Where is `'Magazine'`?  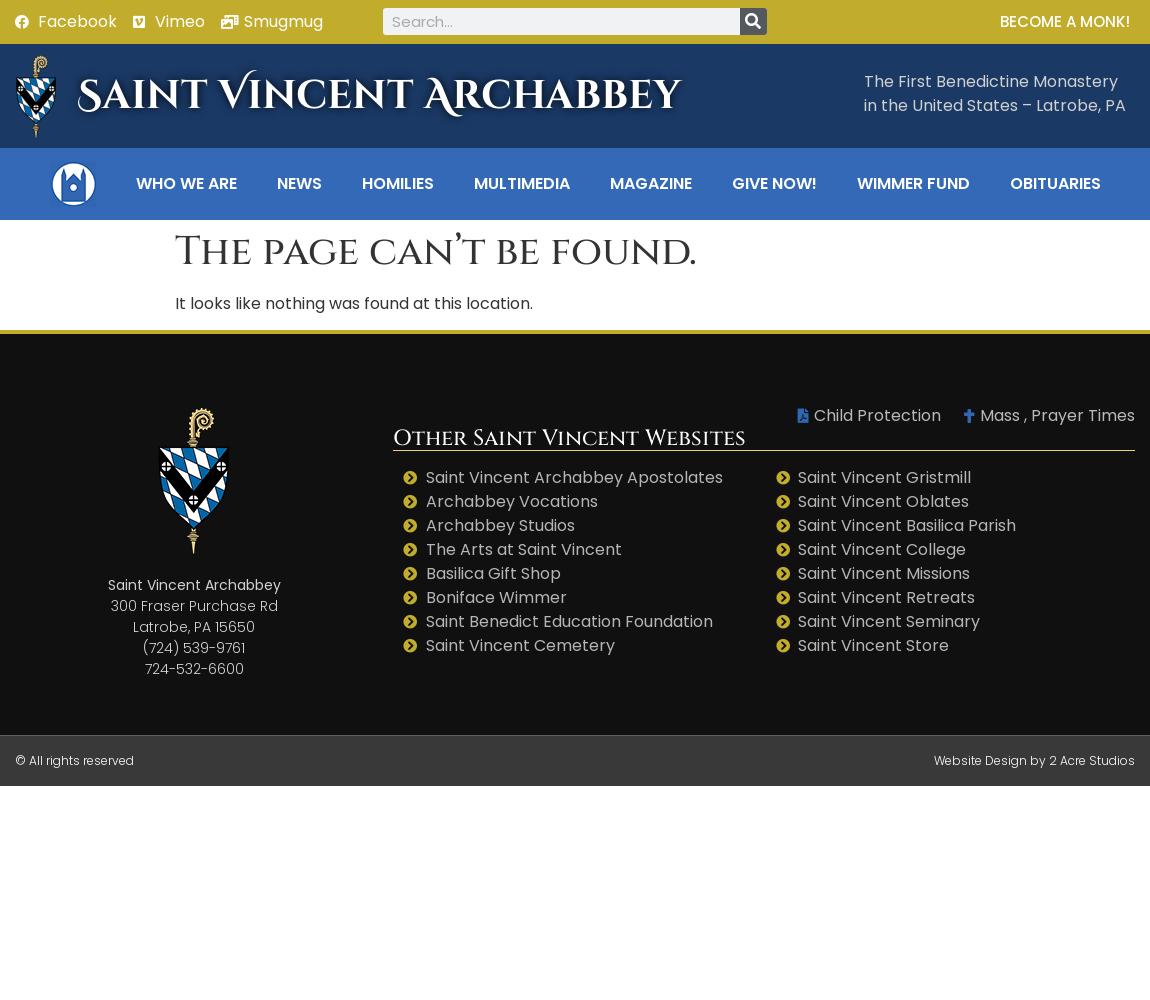 'Magazine' is located at coordinates (648, 183).